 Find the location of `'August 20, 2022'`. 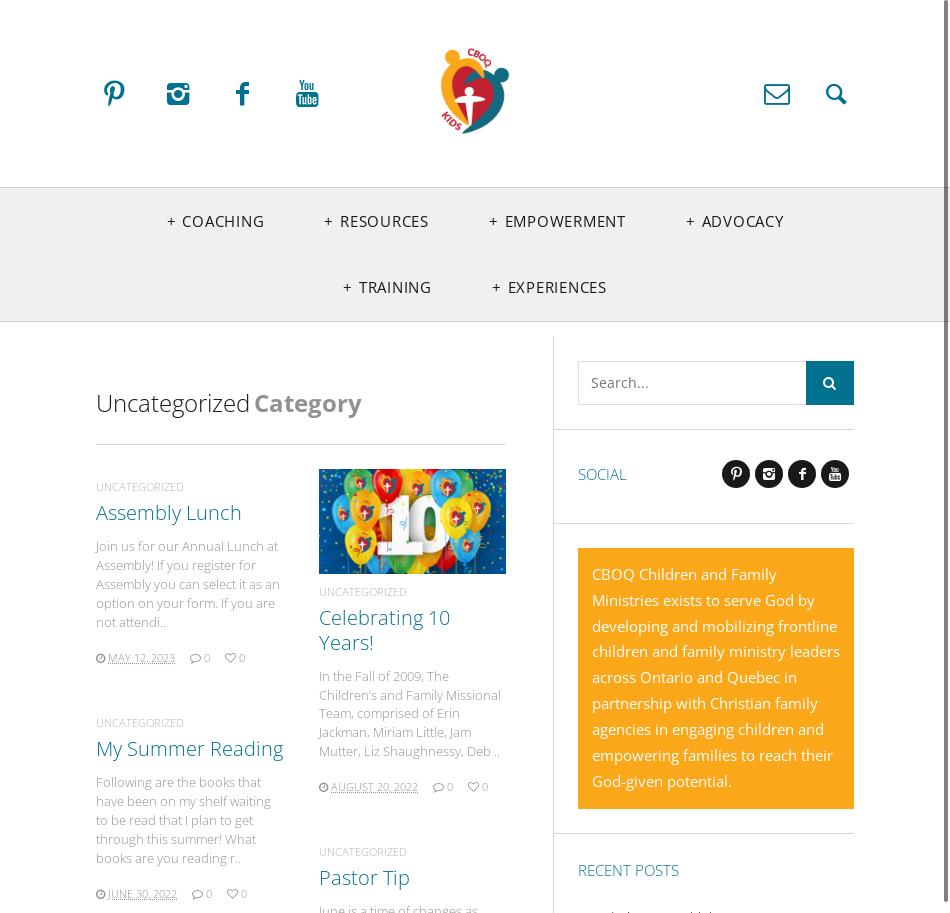

'August 20, 2022' is located at coordinates (329, 785).